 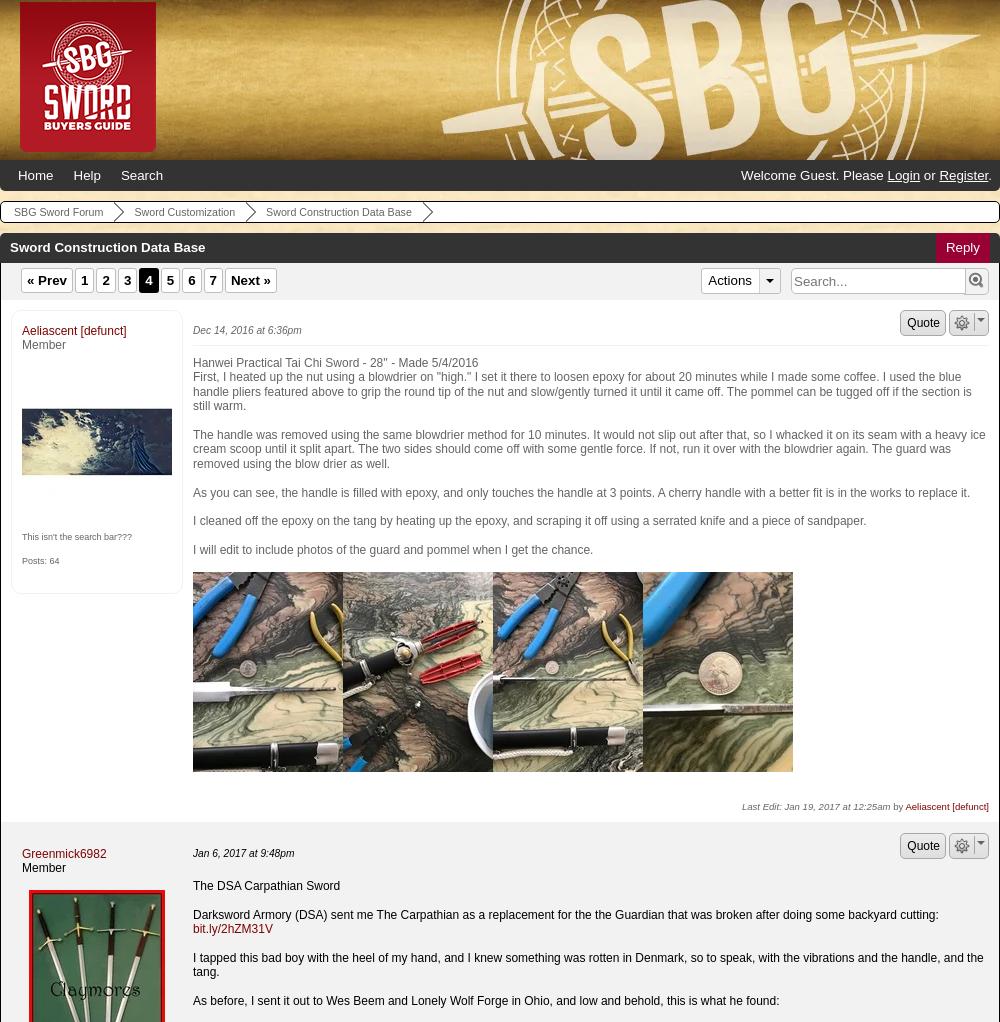 What do you see at coordinates (85, 174) in the screenshot?
I see `'Help'` at bounding box center [85, 174].